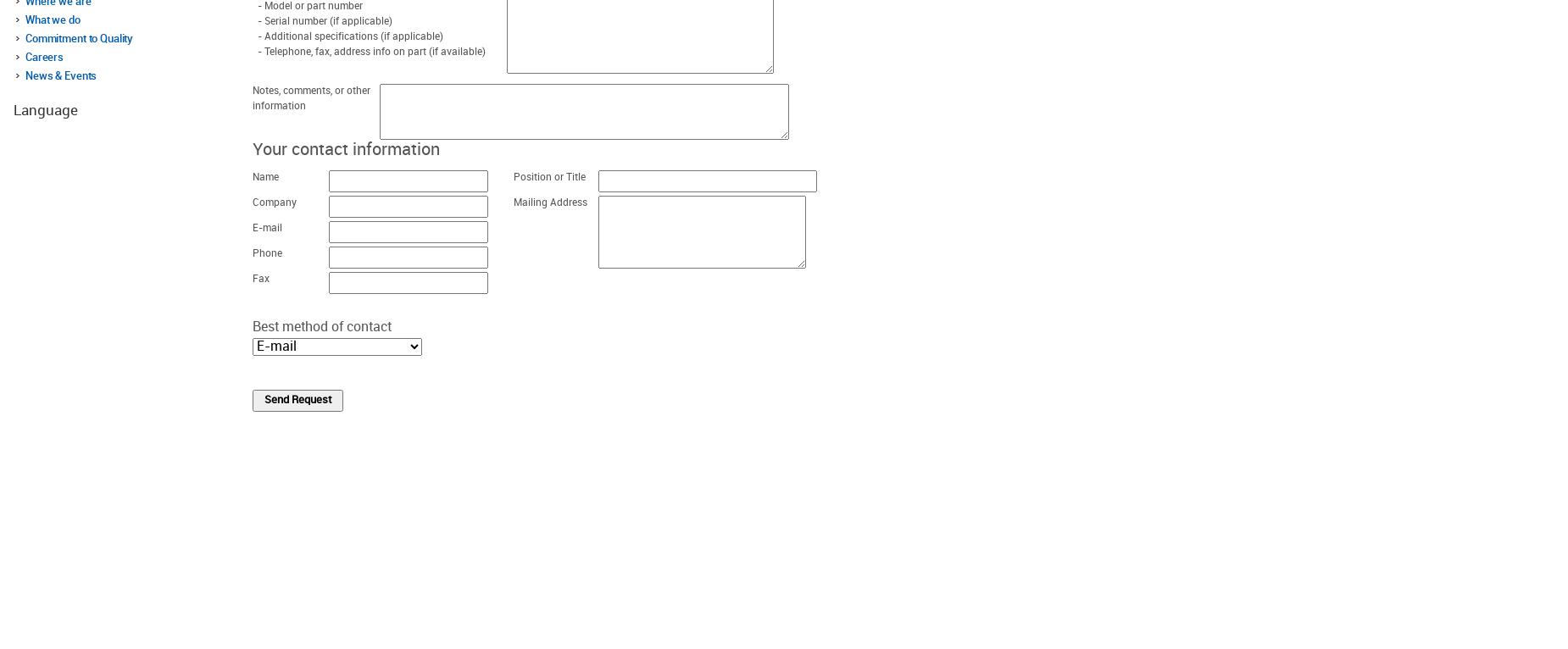  I want to click on 'Phone', so click(266, 253).